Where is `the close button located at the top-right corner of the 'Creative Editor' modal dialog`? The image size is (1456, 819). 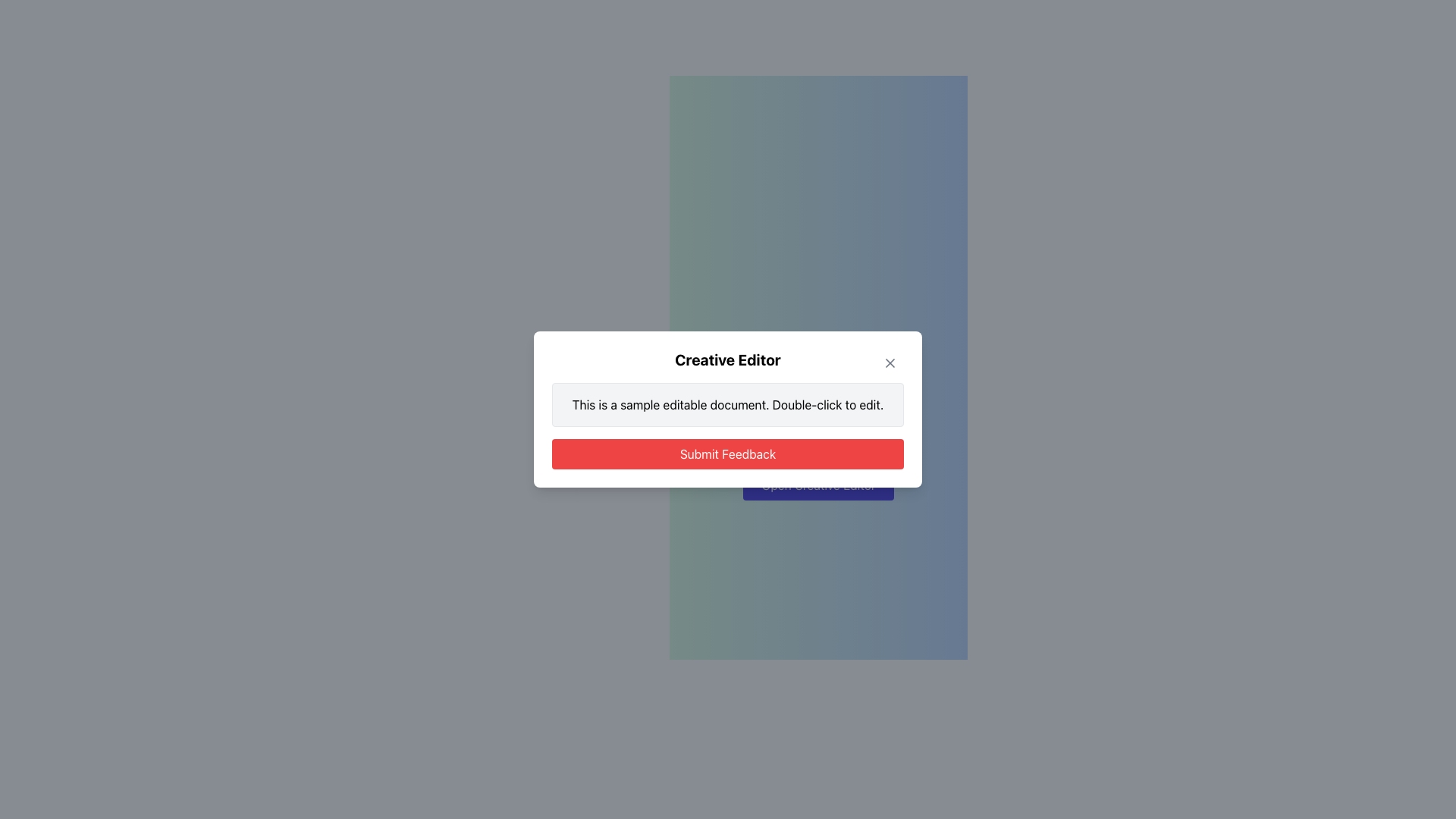 the close button located at the top-right corner of the 'Creative Editor' modal dialog is located at coordinates (890, 362).